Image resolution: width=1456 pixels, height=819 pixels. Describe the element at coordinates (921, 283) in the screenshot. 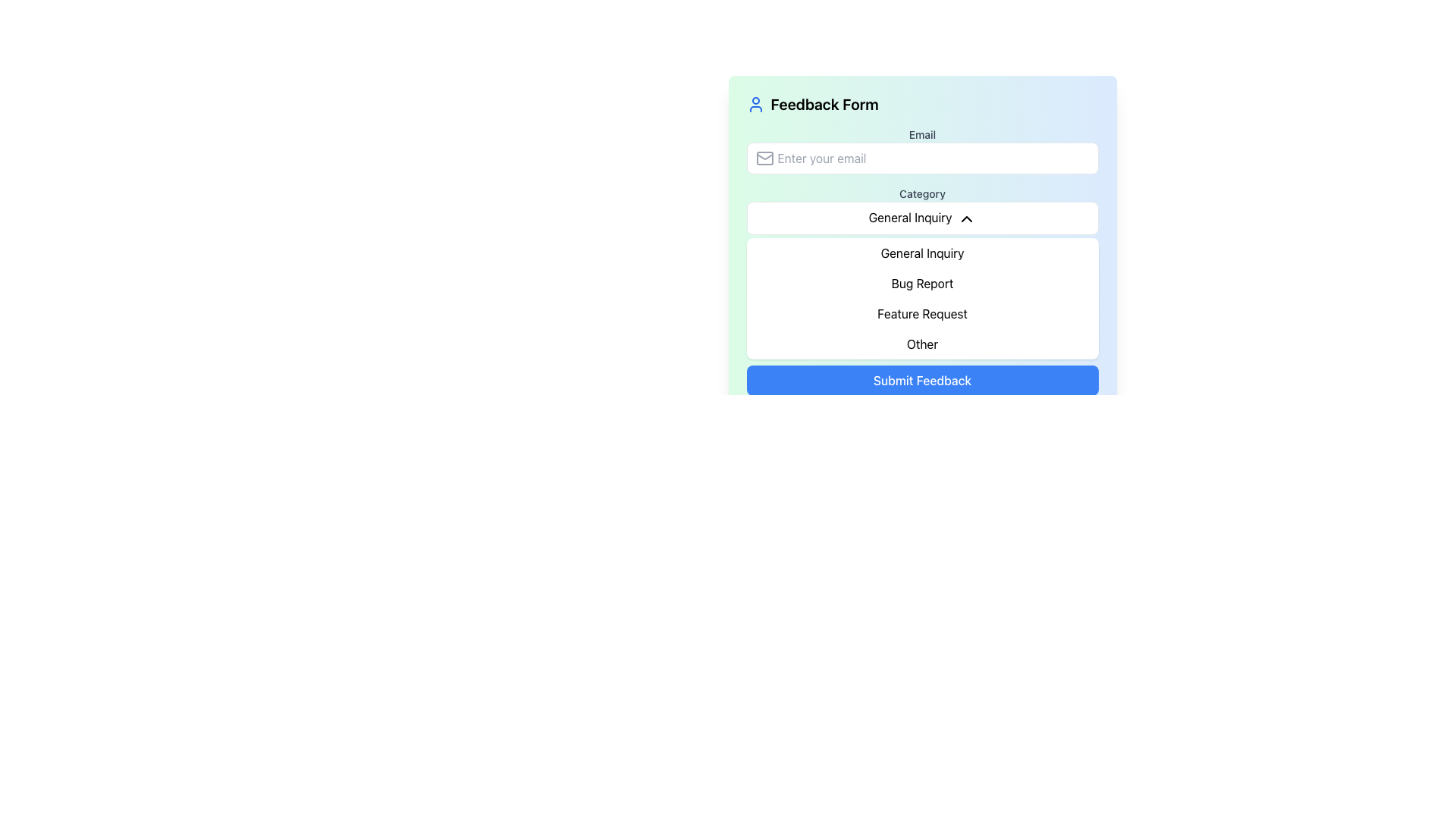

I see `the 'Bug Report' menu item in the dropdown list under the 'Category' section` at that location.